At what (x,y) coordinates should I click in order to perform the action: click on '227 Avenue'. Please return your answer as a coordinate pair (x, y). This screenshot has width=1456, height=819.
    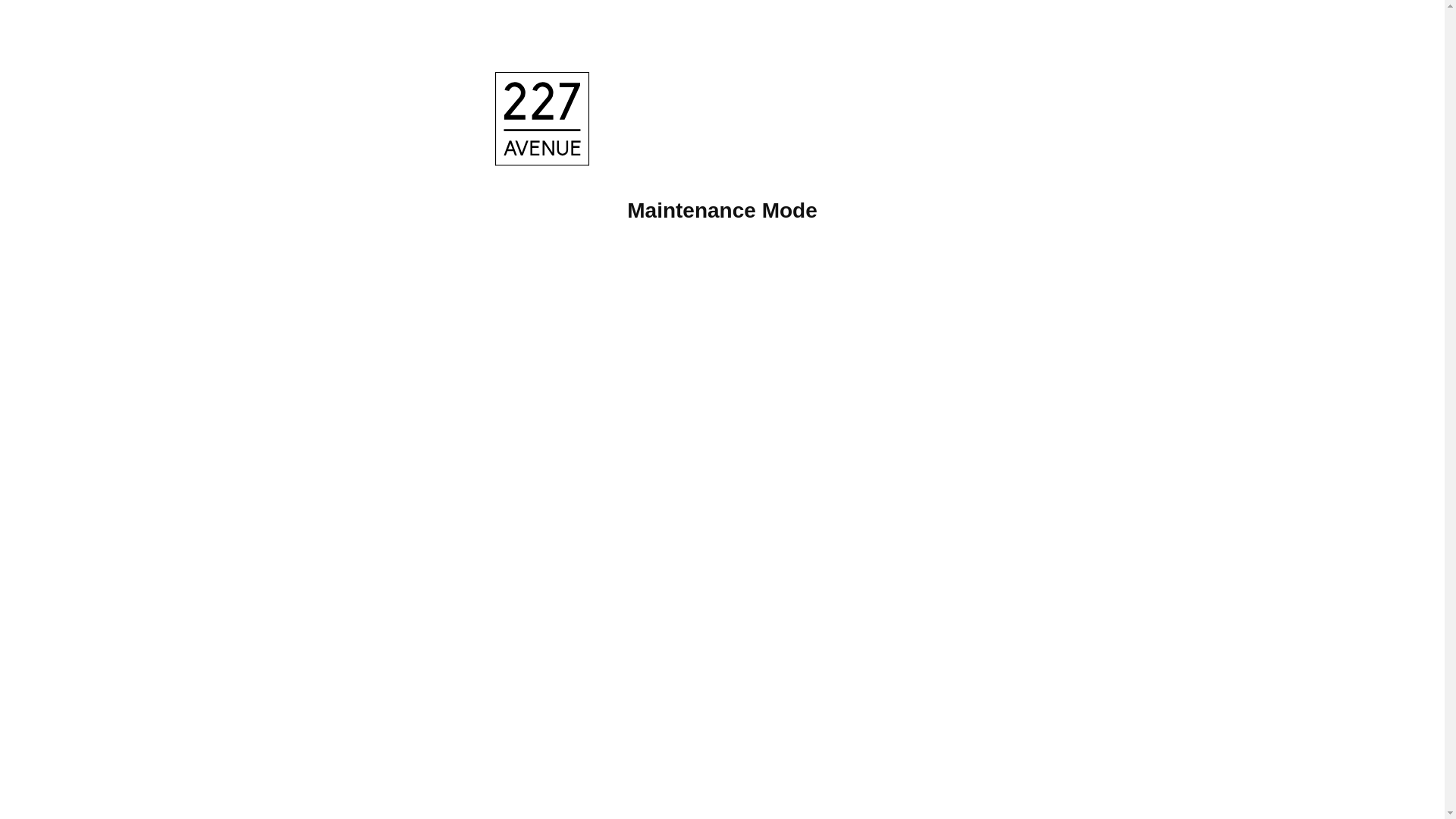
    Looking at the image, I should click on (544, 121).